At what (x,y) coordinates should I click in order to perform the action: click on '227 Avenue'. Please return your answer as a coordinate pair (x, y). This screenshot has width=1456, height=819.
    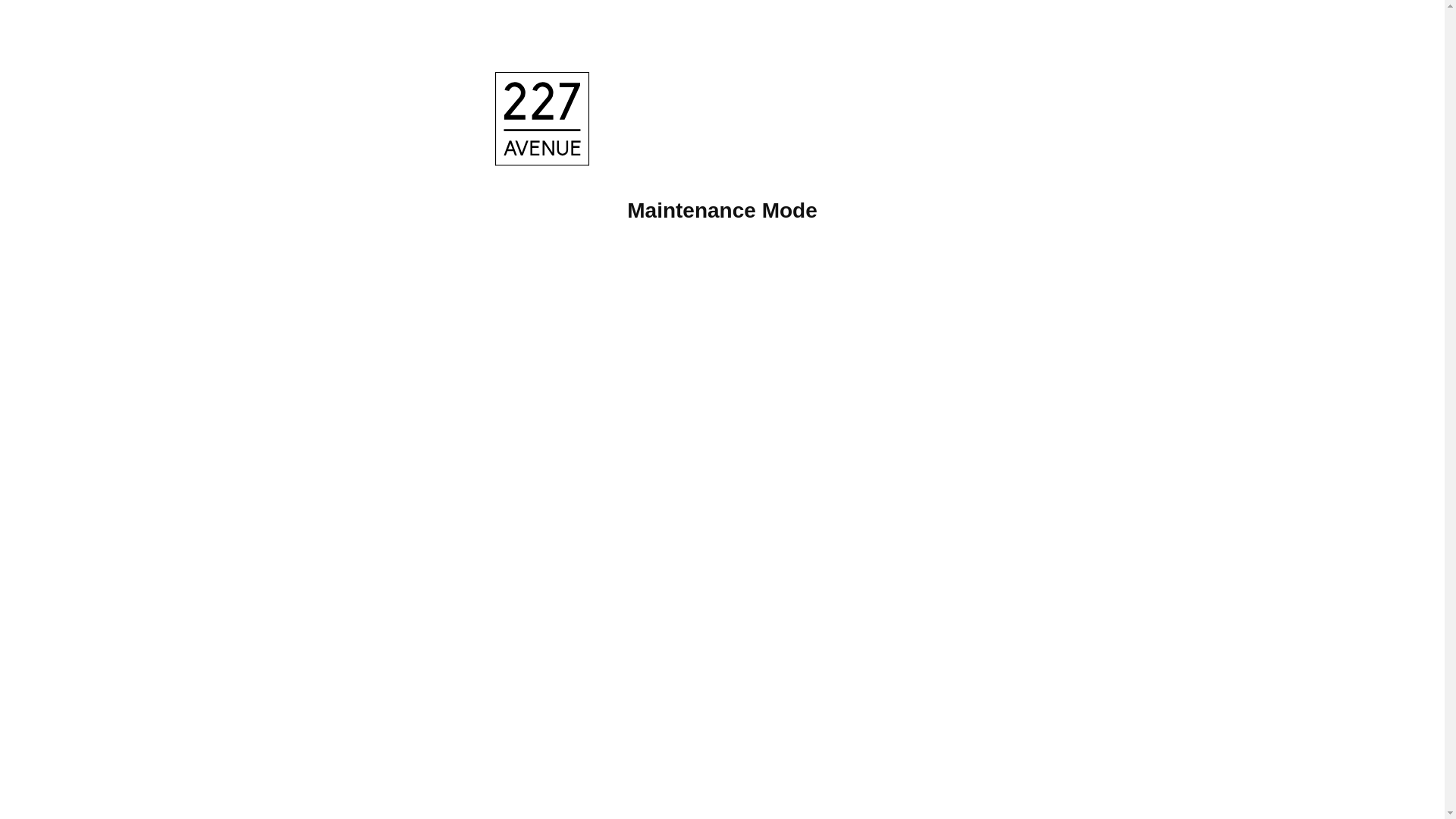
    Looking at the image, I should click on (544, 121).